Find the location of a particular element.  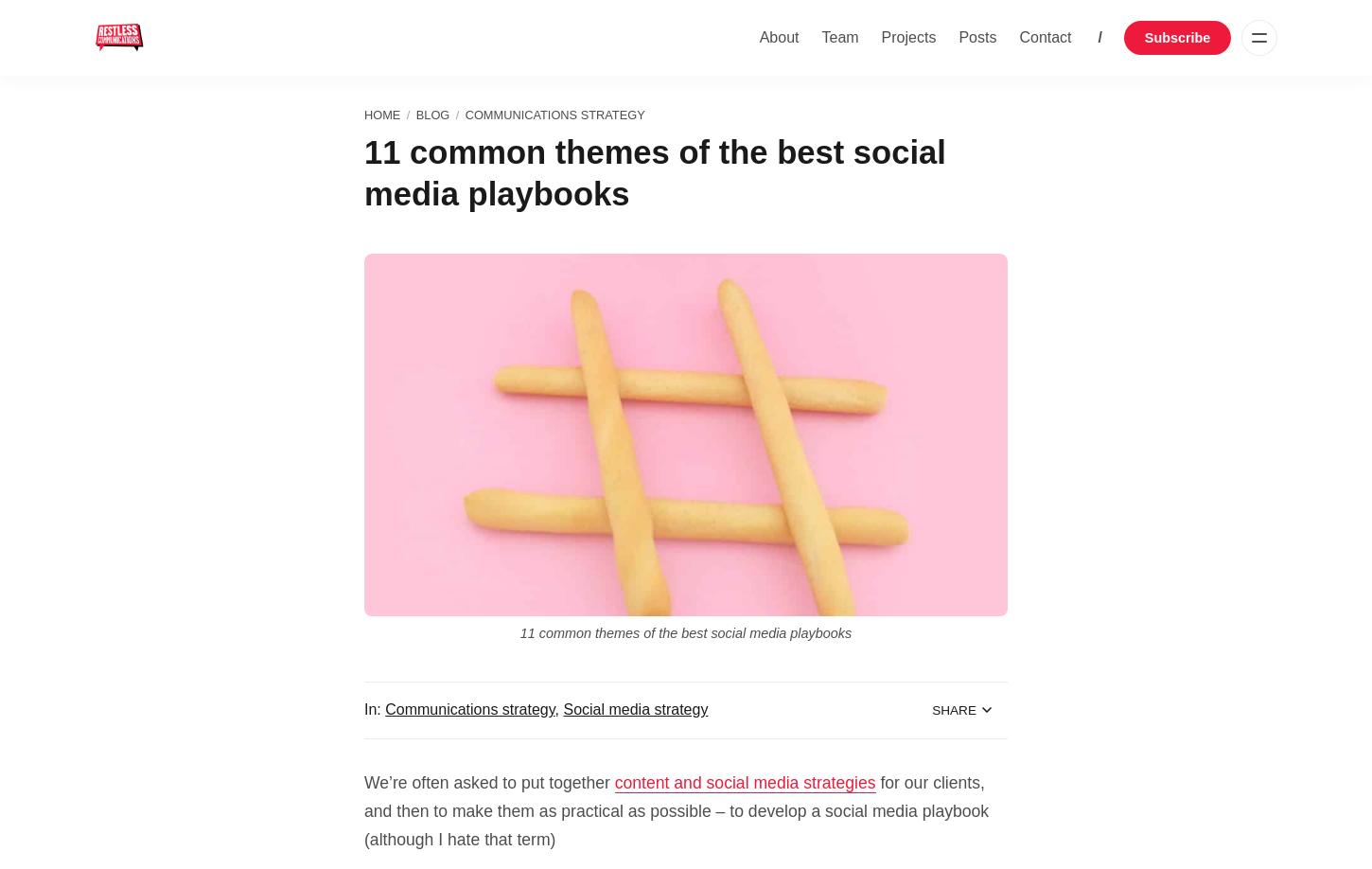

'Team' is located at coordinates (838, 37).